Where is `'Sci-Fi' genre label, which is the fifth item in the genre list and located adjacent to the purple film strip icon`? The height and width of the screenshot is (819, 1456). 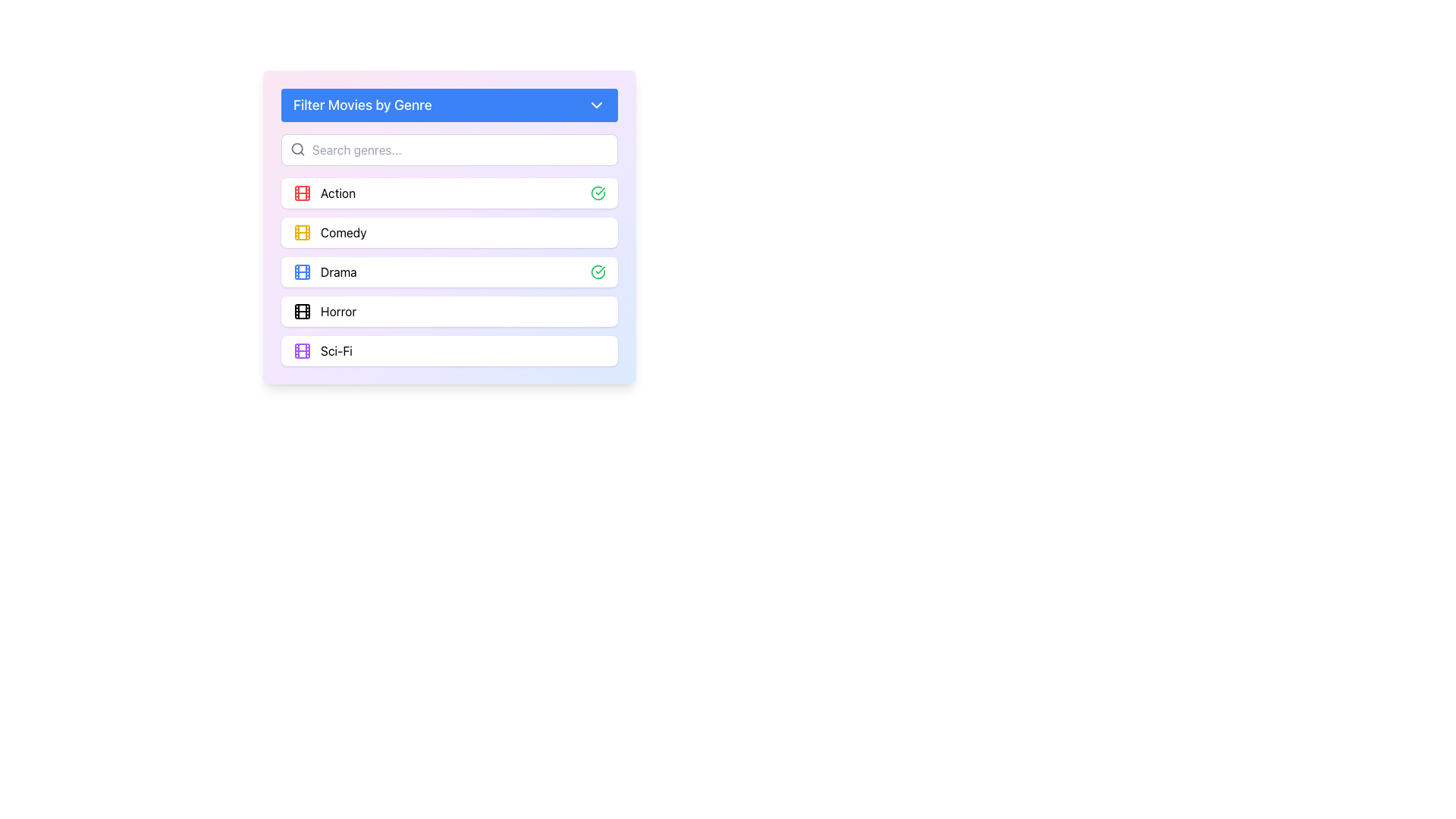 'Sci-Fi' genre label, which is the fifth item in the genre list and located adjacent to the purple film strip icon is located at coordinates (335, 350).